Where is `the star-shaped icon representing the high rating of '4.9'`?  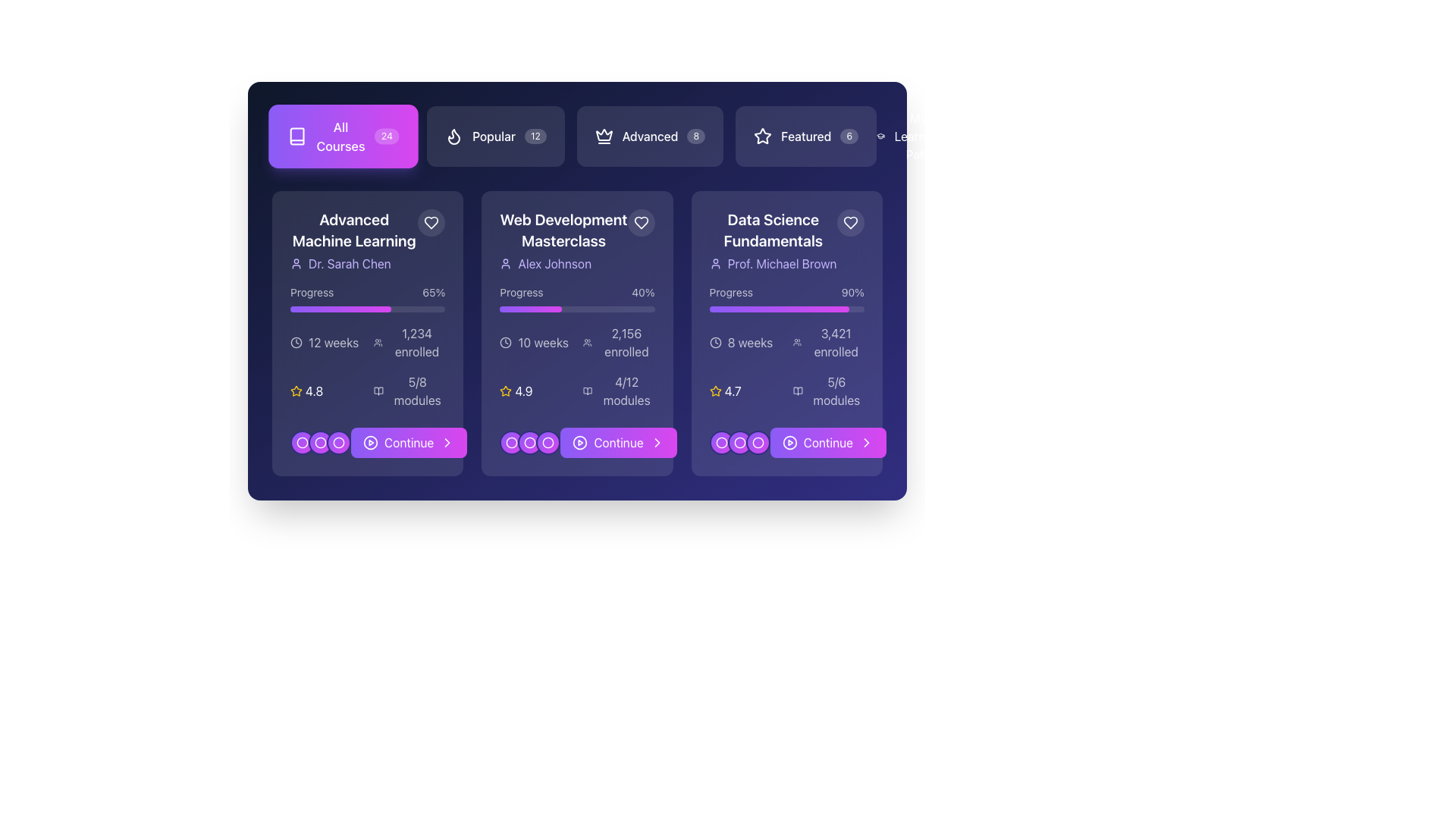
the star-shaped icon representing the high rating of '4.9' is located at coordinates (506, 391).